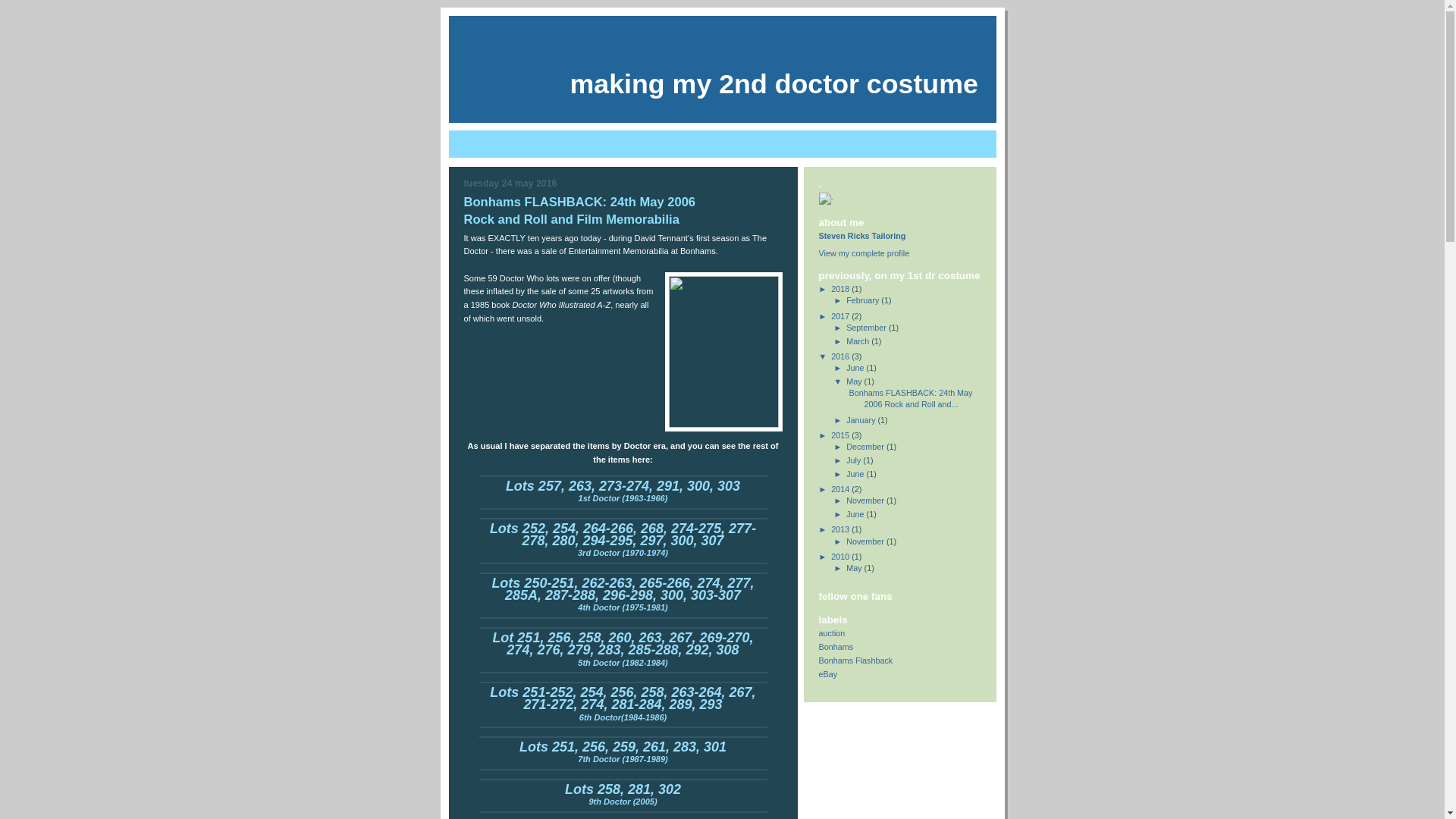  What do you see at coordinates (818, 673) in the screenshot?
I see `'eBay'` at bounding box center [818, 673].